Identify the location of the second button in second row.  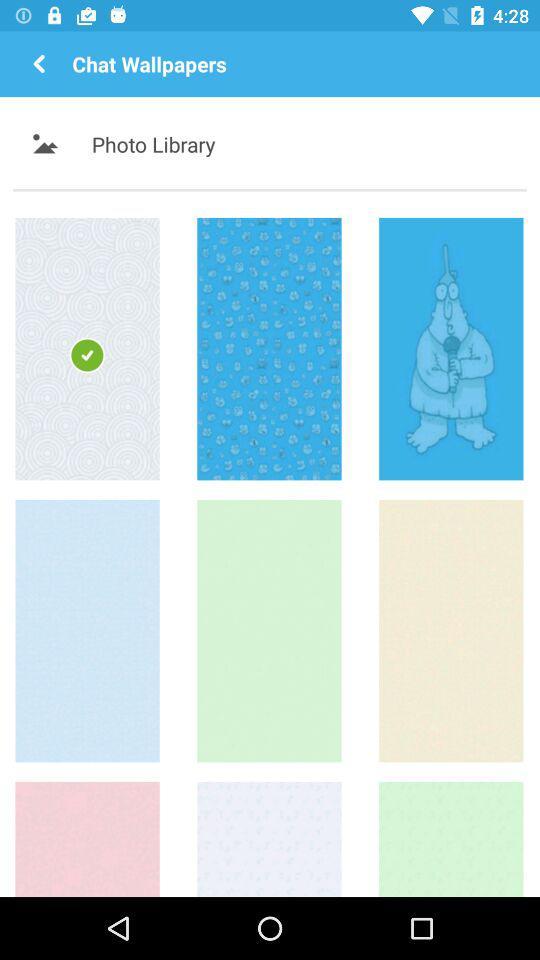
(269, 630).